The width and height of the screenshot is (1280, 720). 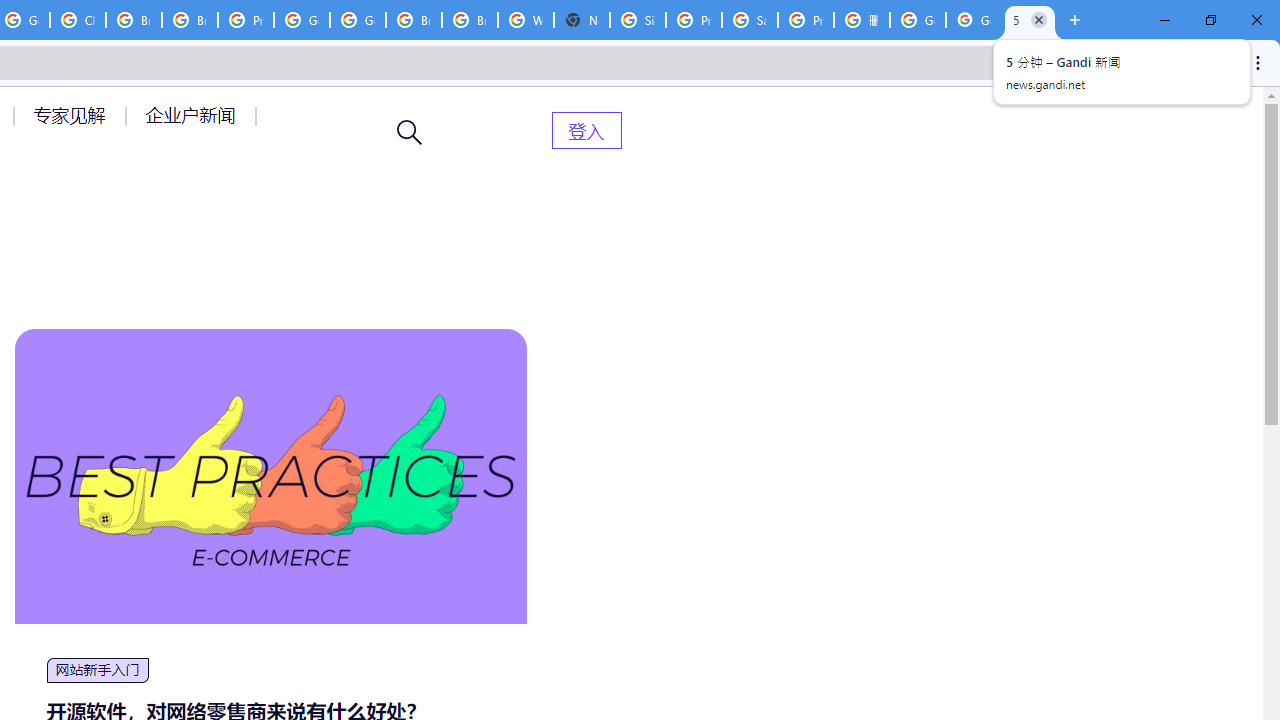 What do you see at coordinates (301, 20) in the screenshot?
I see `'Google Cloud Platform'` at bounding box center [301, 20].